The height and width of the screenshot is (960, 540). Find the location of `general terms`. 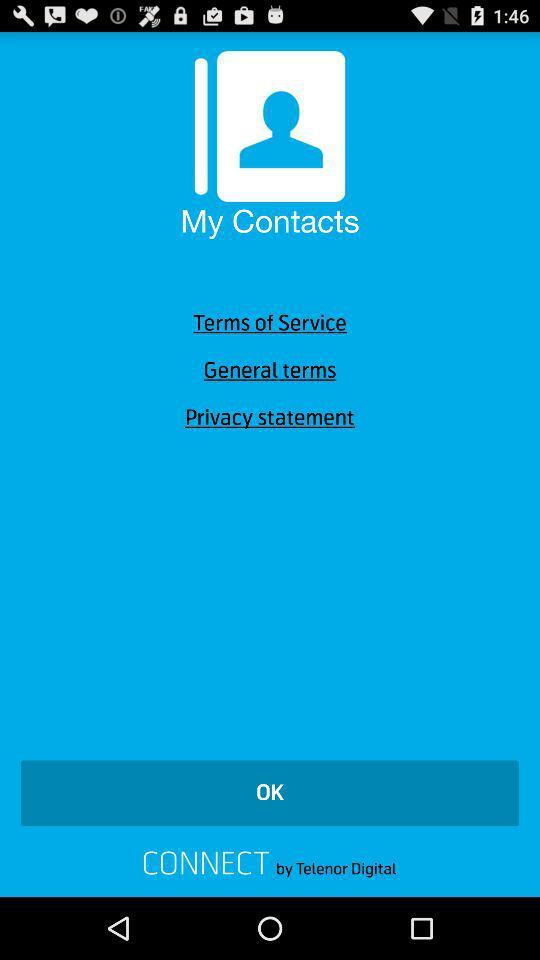

general terms is located at coordinates (270, 369).